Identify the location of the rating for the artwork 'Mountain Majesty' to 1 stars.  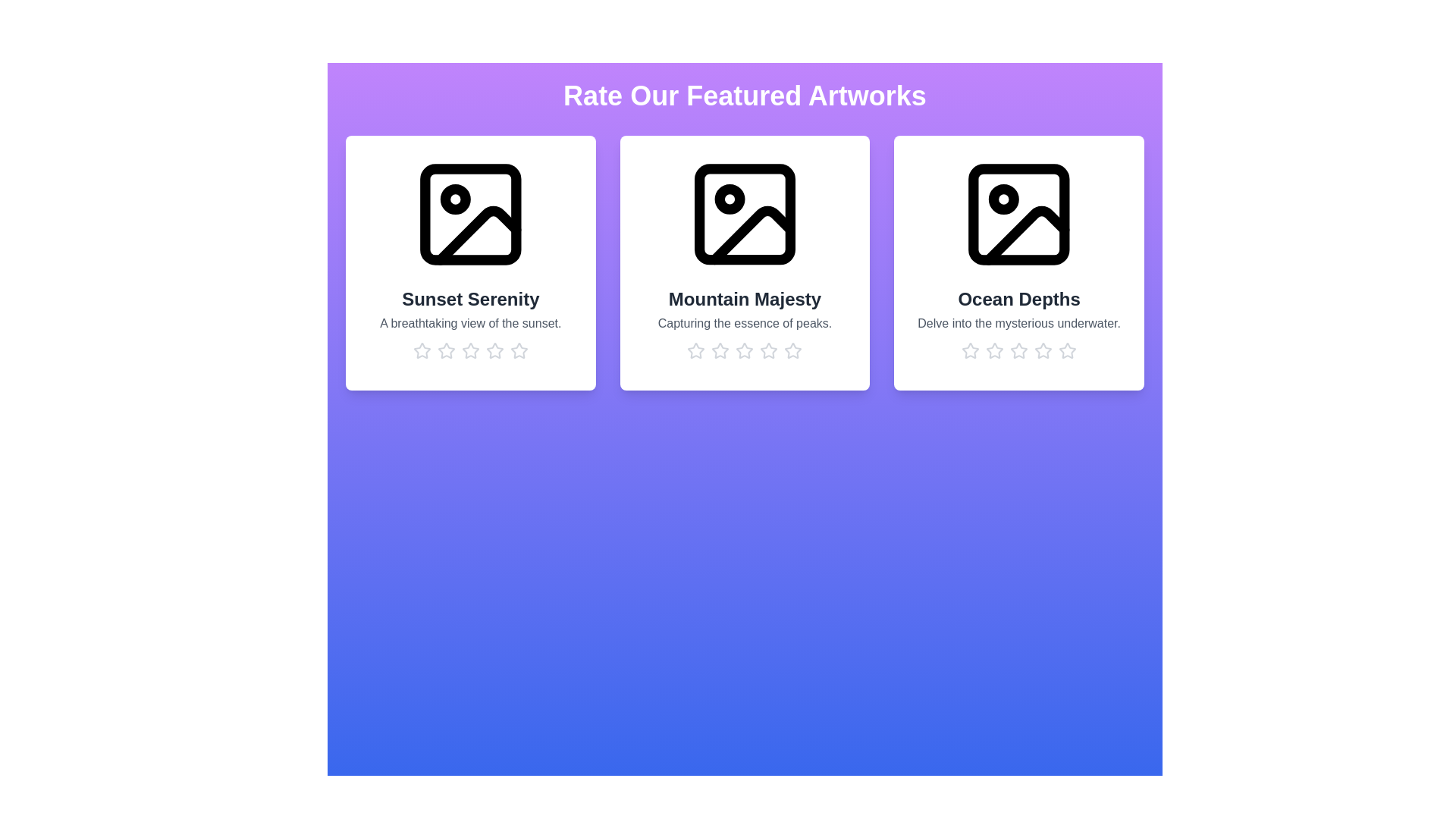
(695, 350).